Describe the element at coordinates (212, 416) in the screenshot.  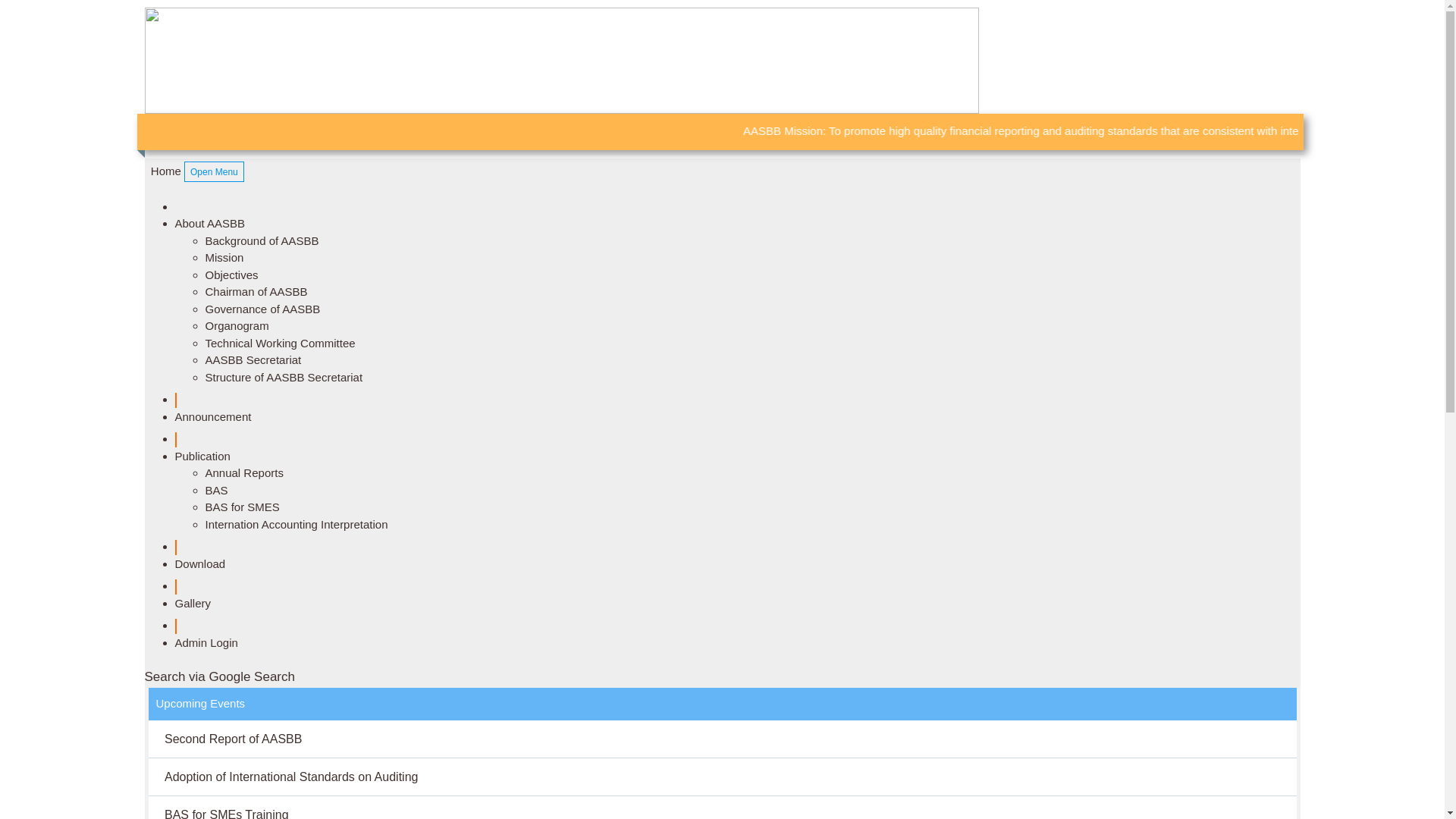
I see `'Announcement'` at that location.